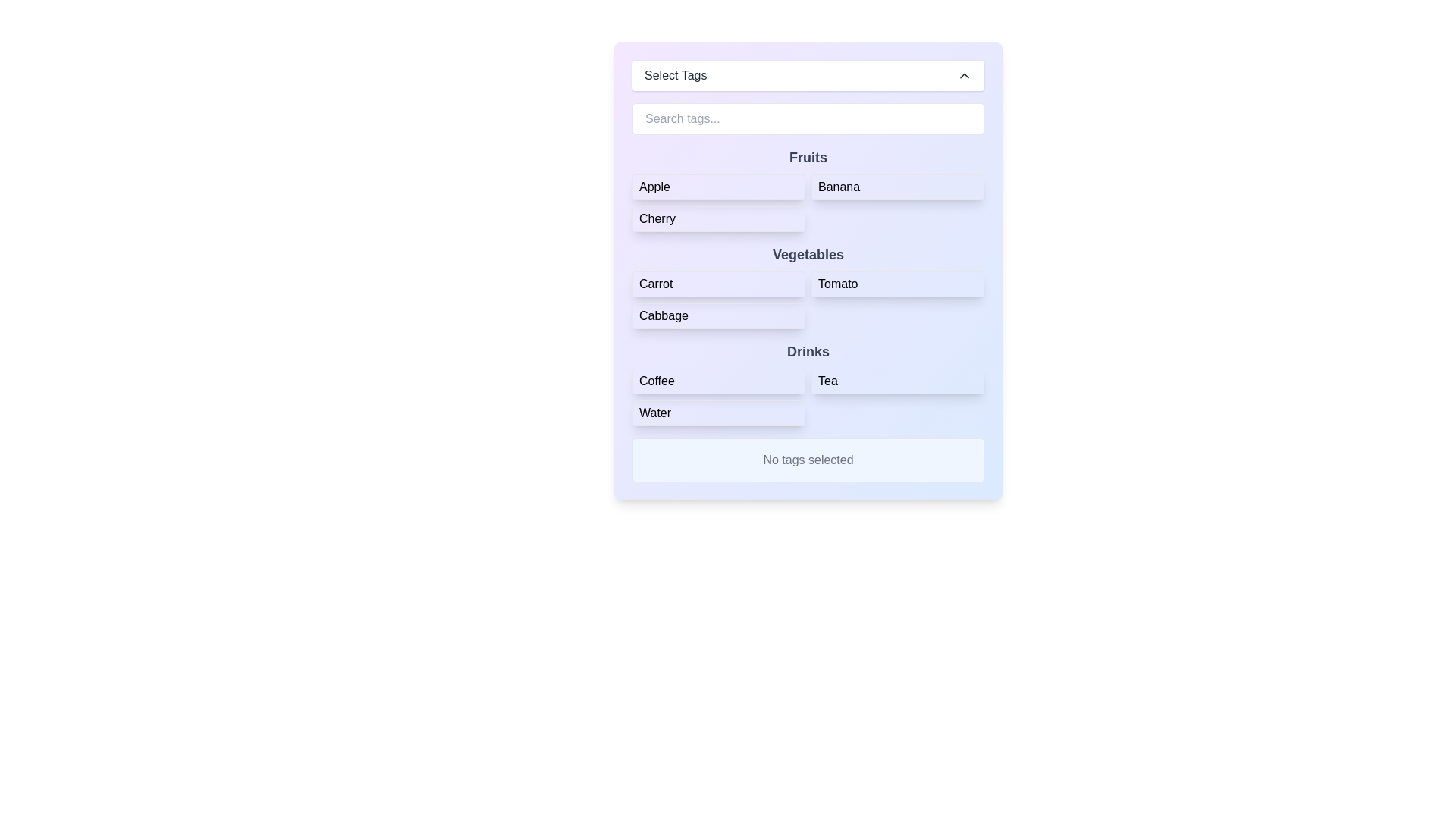 This screenshot has height=819, width=1456. What do you see at coordinates (718, 380) in the screenshot?
I see `the 'Coffee' button located in the 'Drinks' section, which is a rectangular button with rounded corners and highlighted in blue when hovered` at bounding box center [718, 380].